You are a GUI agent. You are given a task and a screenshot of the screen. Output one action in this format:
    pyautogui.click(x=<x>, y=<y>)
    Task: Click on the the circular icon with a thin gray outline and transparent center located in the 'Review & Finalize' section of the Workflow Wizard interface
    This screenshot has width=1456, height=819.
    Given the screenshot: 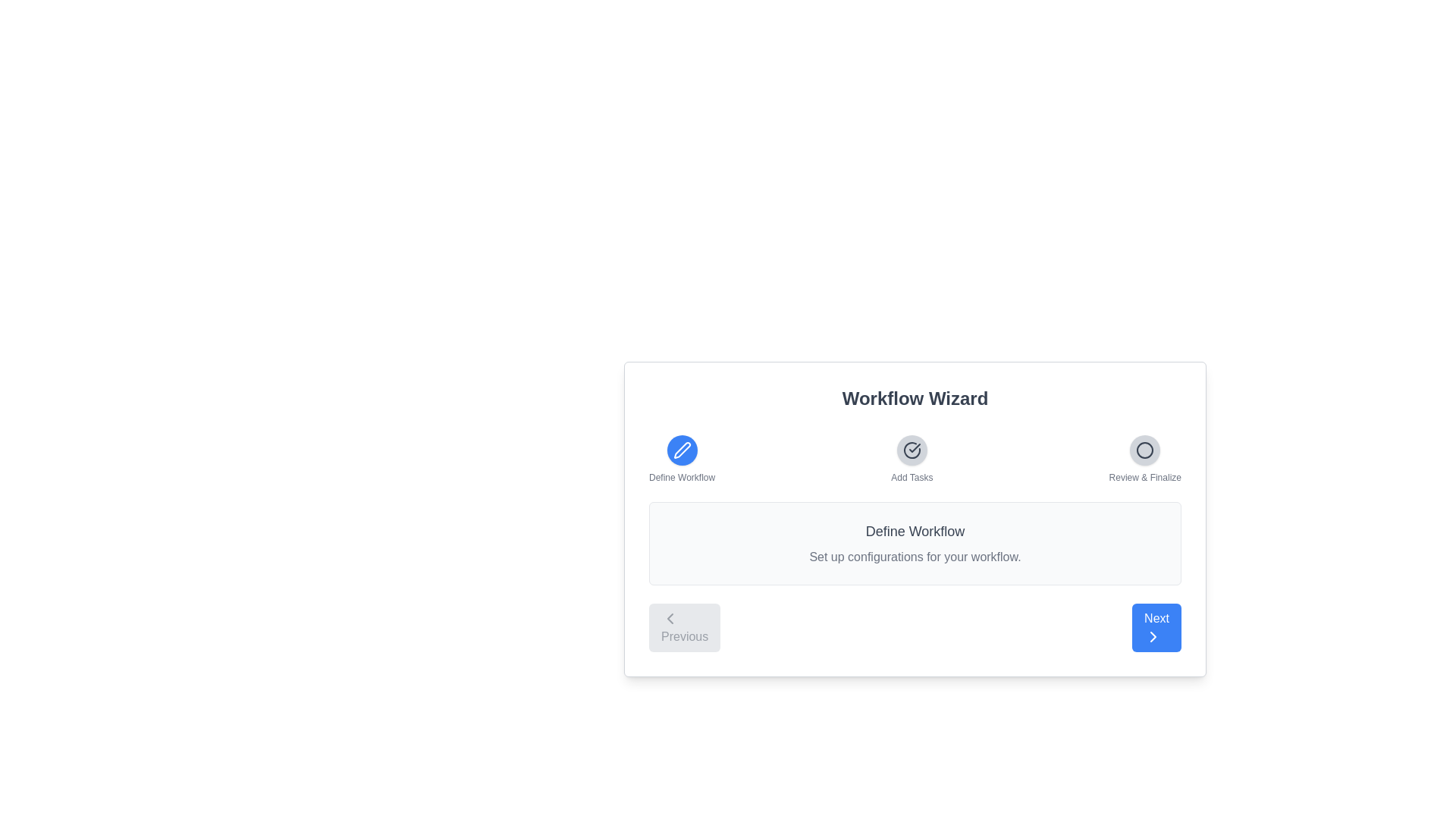 What is the action you would take?
    pyautogui.click(x=1145, y=450)
    